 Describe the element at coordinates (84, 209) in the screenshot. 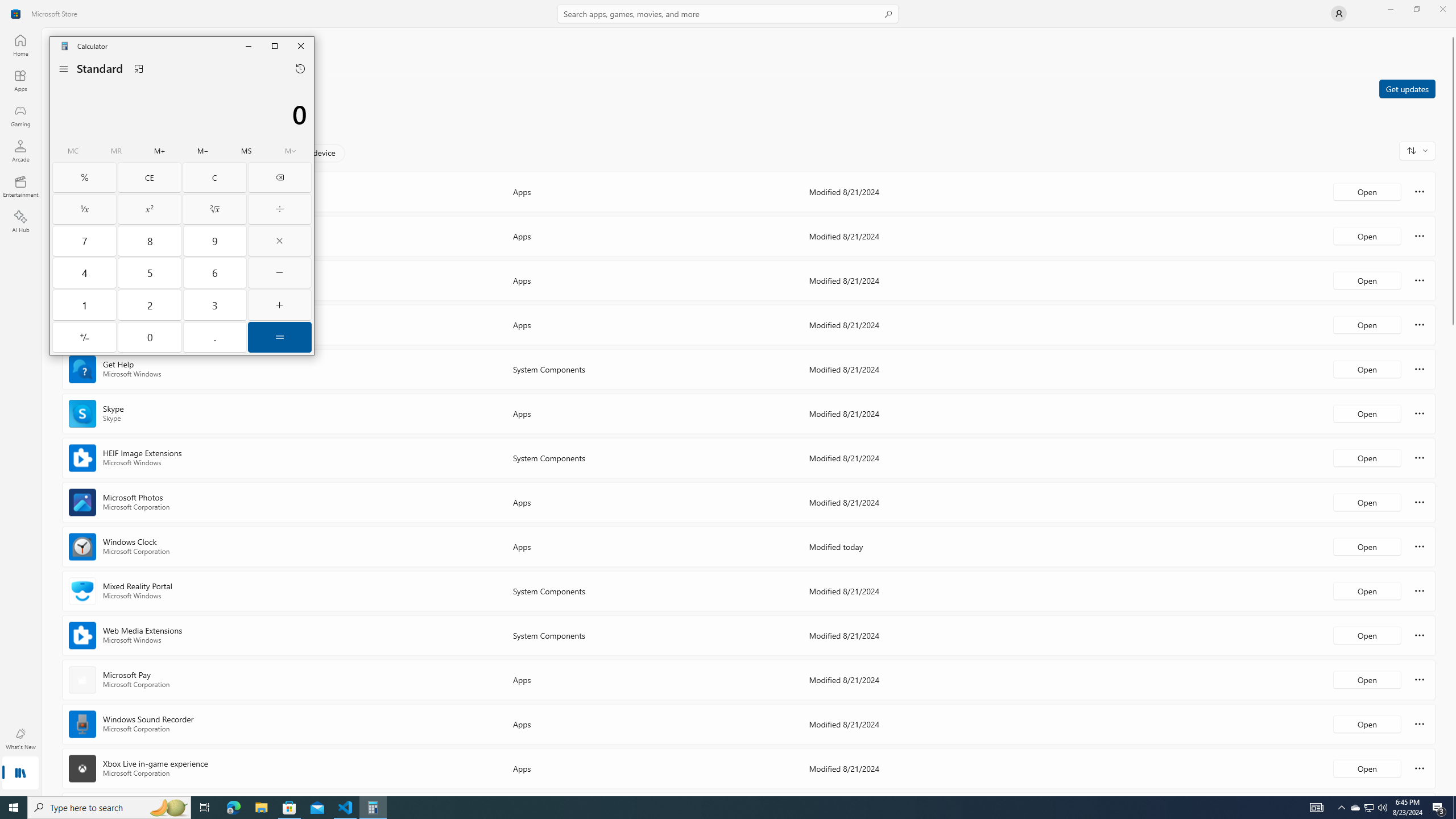

I see `'Reciprocal'` at that location.